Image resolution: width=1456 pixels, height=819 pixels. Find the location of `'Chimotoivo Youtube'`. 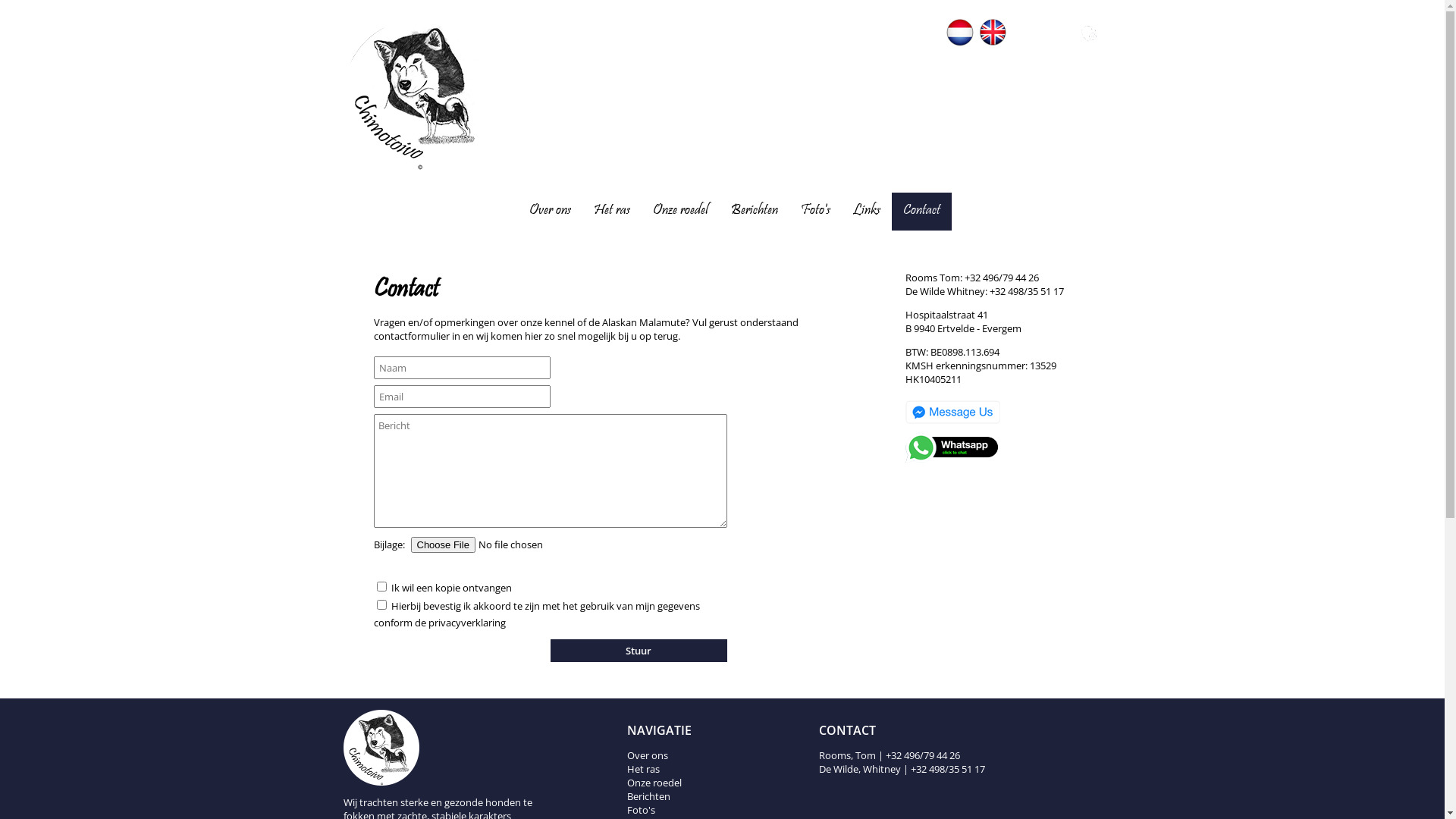

'Chimotoivo Youtube' is located at coordinates (1055, 33).